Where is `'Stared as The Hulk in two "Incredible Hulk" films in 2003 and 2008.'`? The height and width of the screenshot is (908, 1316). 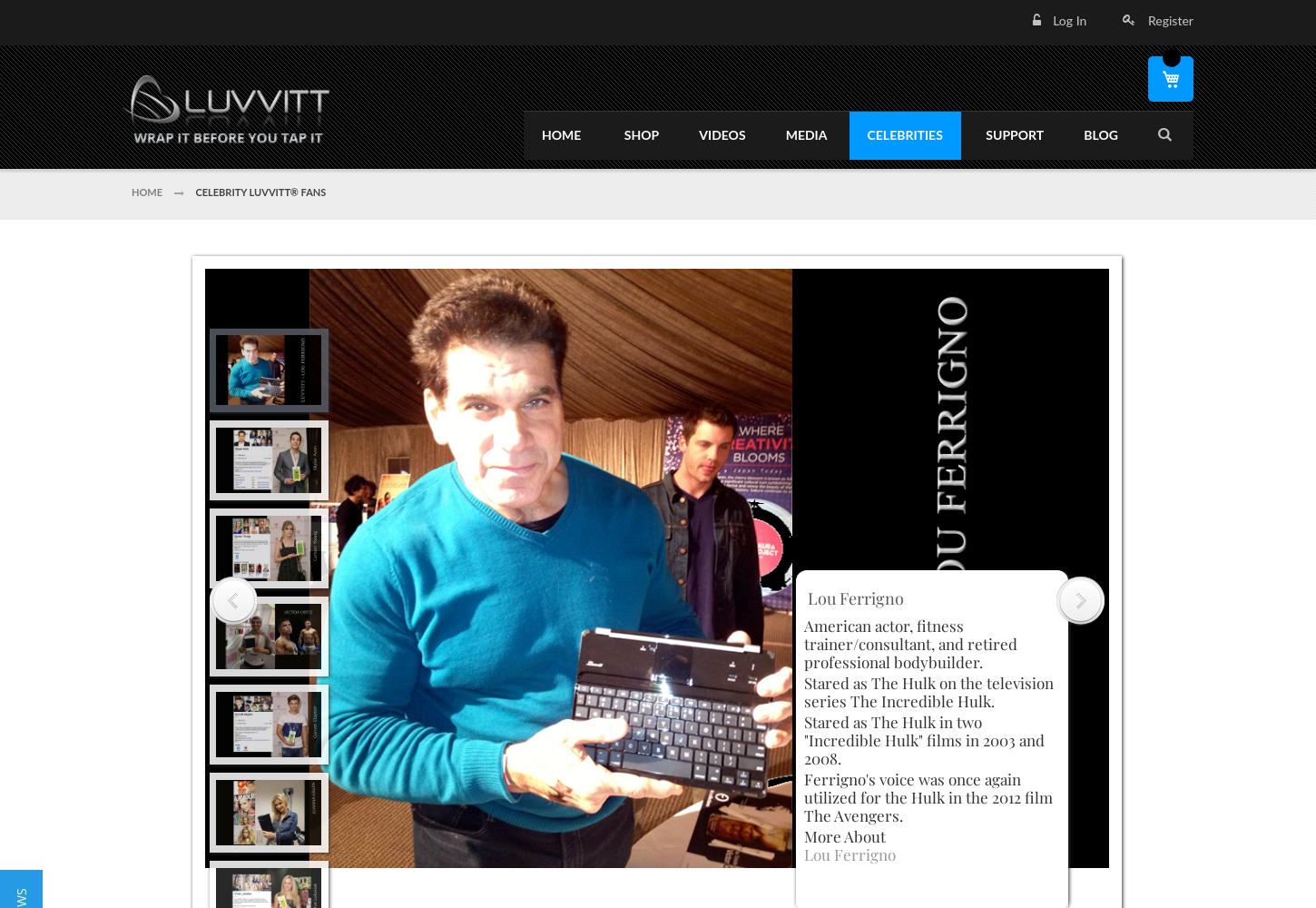 'Stared as The Hulk in two "Incredible Hulk" films in 2003 and 2008.' is located at coordinates (924, 738).